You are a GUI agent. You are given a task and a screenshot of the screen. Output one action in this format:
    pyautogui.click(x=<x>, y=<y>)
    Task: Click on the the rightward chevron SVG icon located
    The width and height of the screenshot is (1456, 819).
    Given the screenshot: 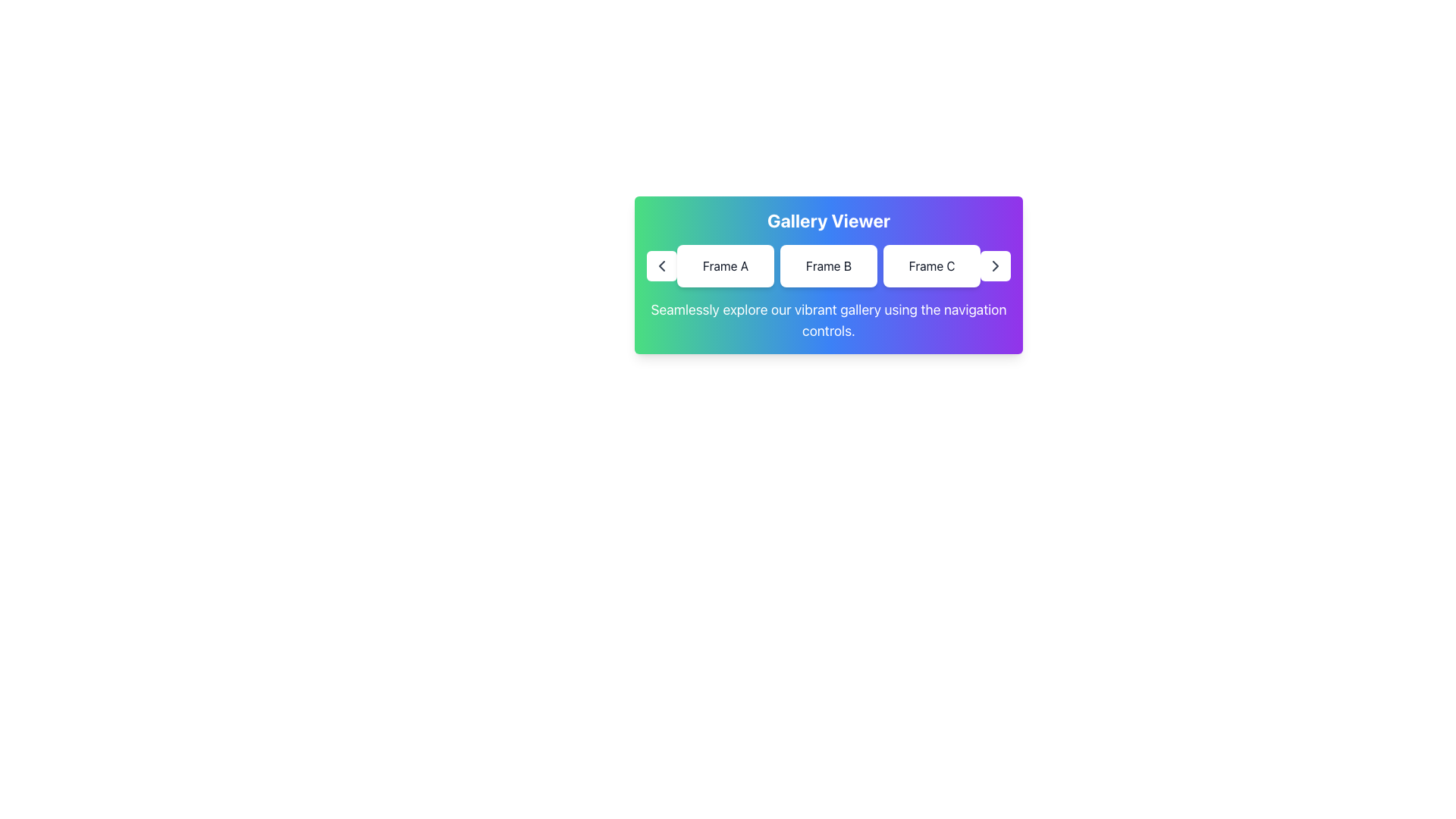 What is the action you would take?
    pyautogui.click(x=996, y=265)
    